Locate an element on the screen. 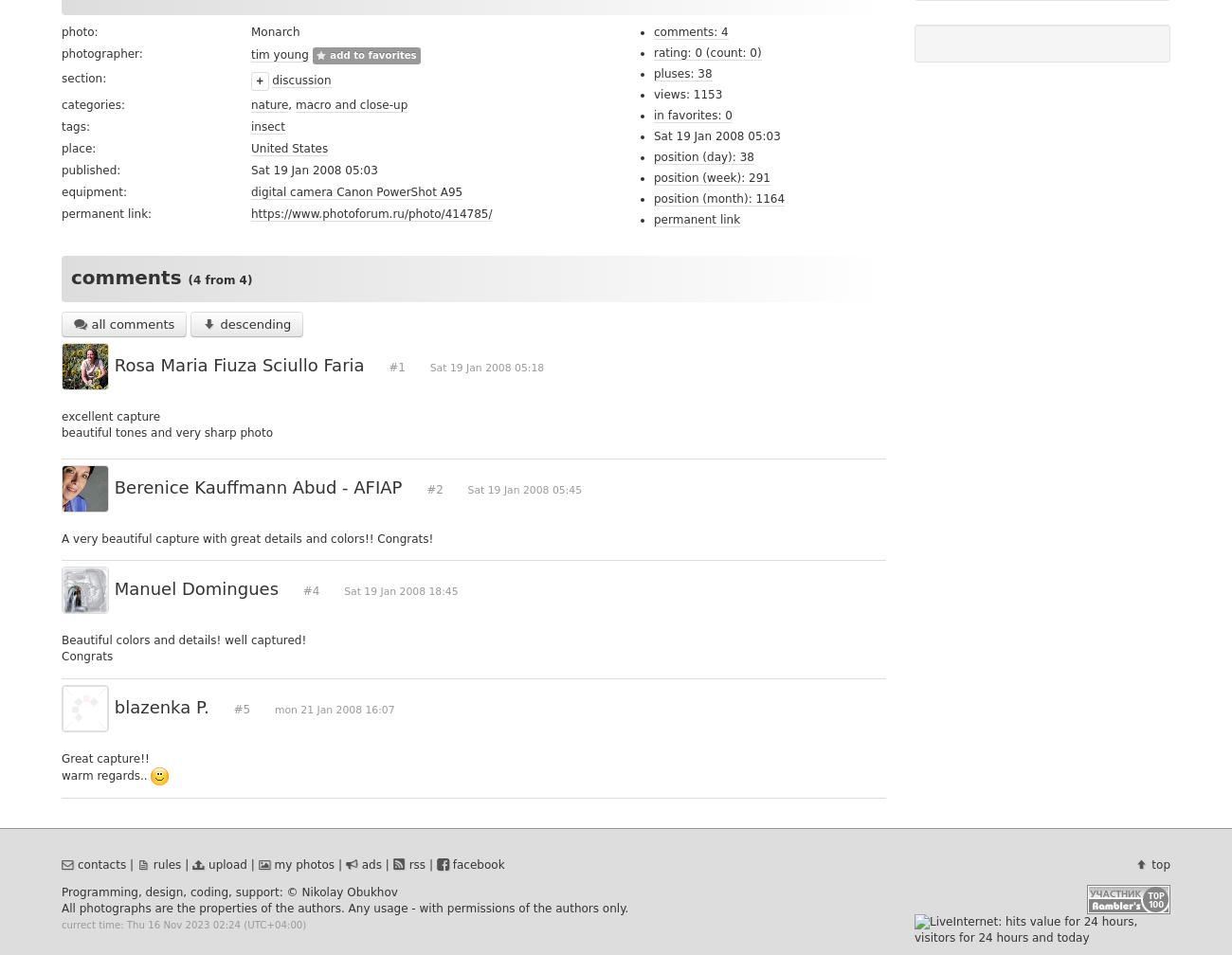  '(4 from 4)' is located at coordinates (219, 280).